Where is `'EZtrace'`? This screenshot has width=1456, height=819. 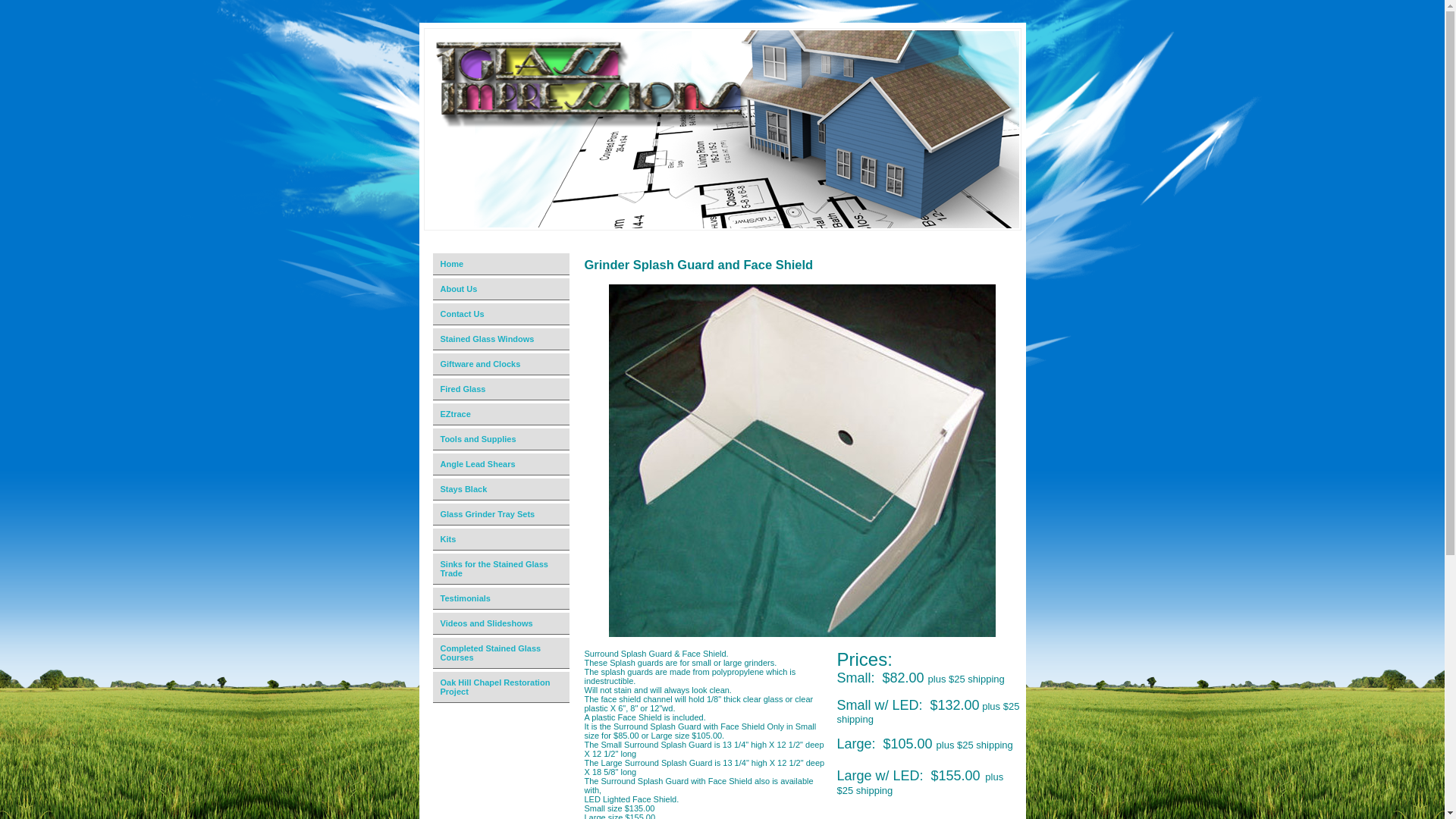 'EZtrace' is located at coordinates (502, 414).